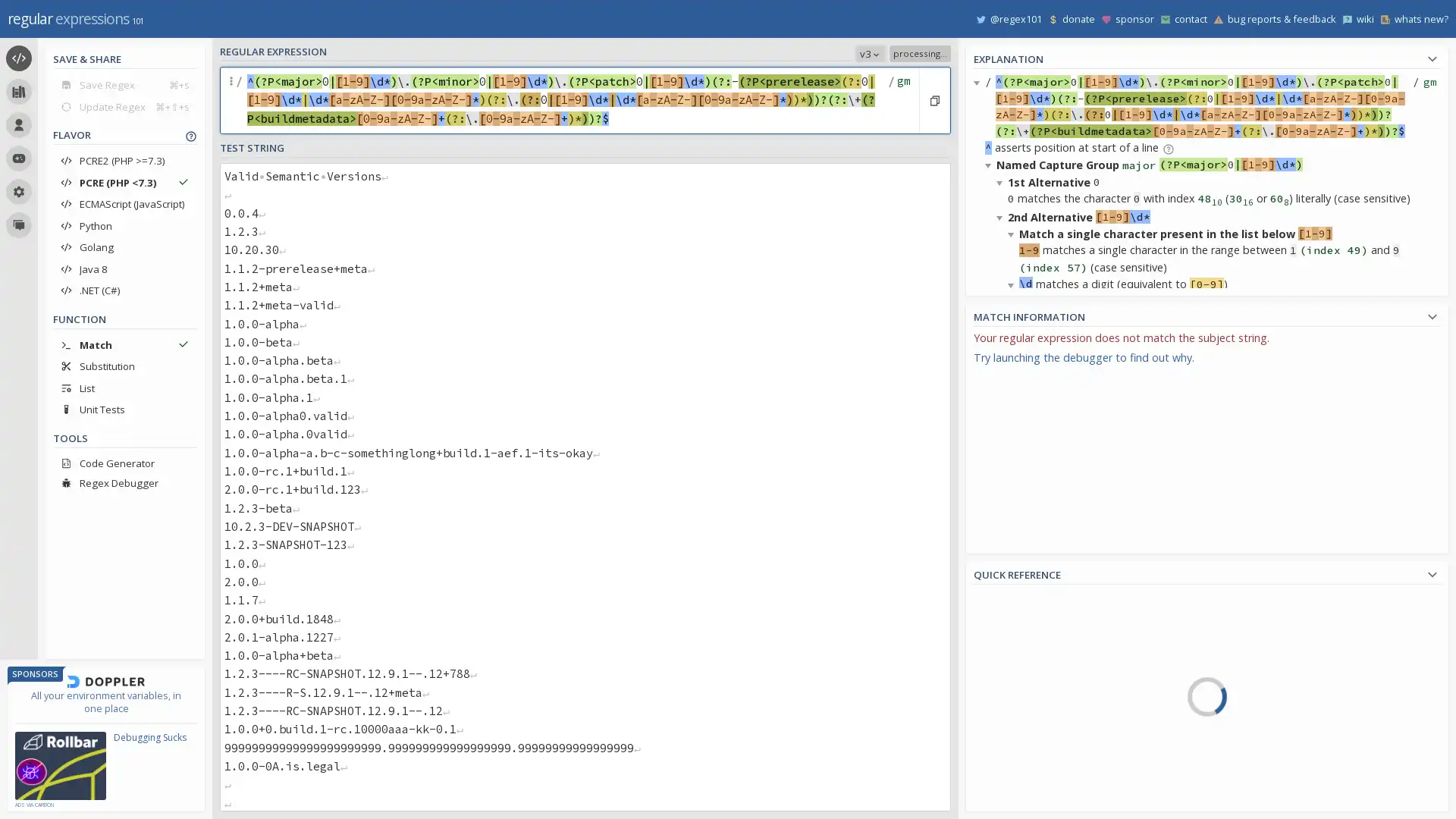  Describe the element at coordinates (1044, 801) in the screenshot. I see `Flags/Modifiers` at that location.